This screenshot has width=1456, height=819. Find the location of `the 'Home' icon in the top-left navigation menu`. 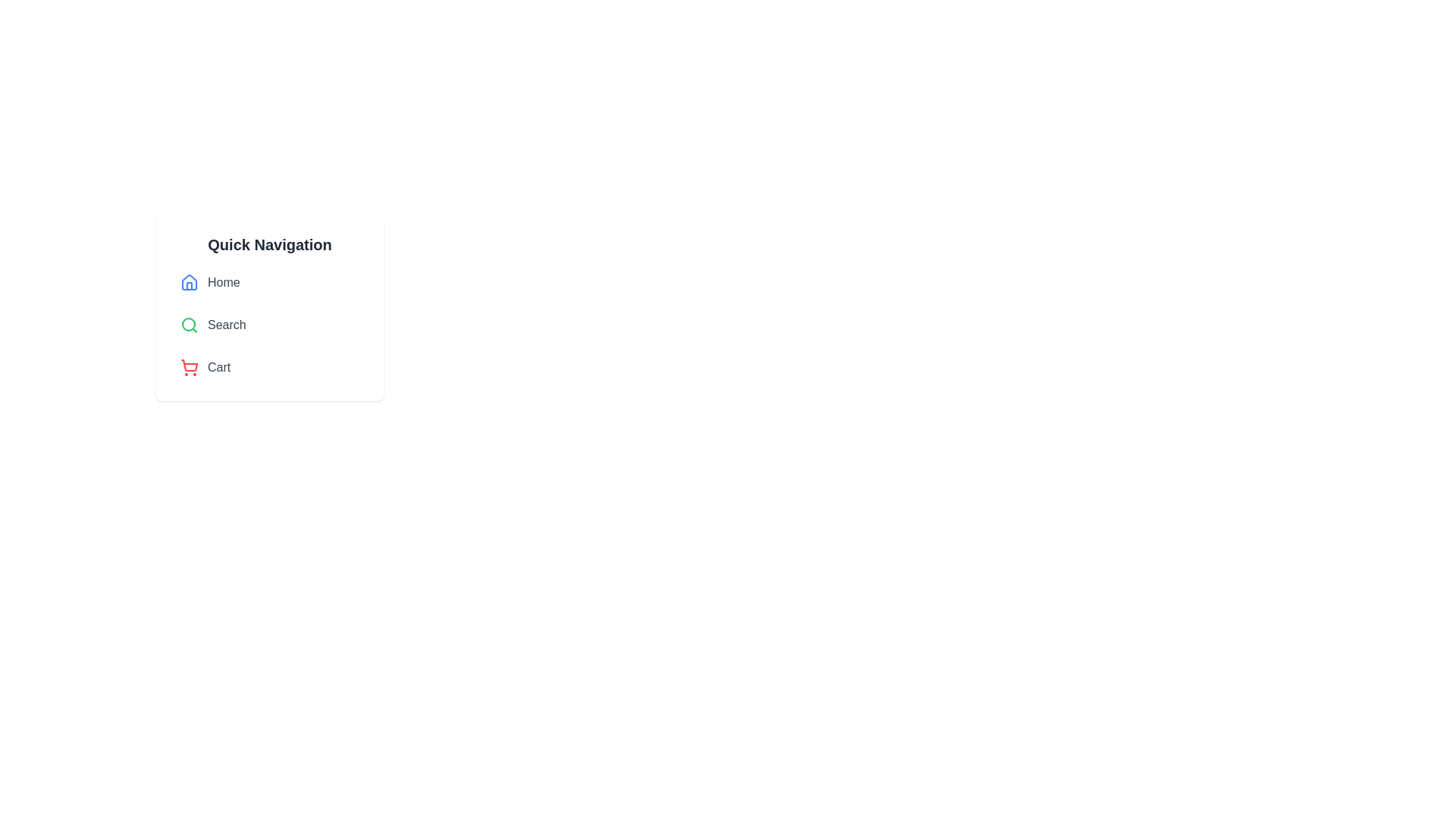

the 'Home' icon in the top-left navigation menu is located at coordinates (188, 281).